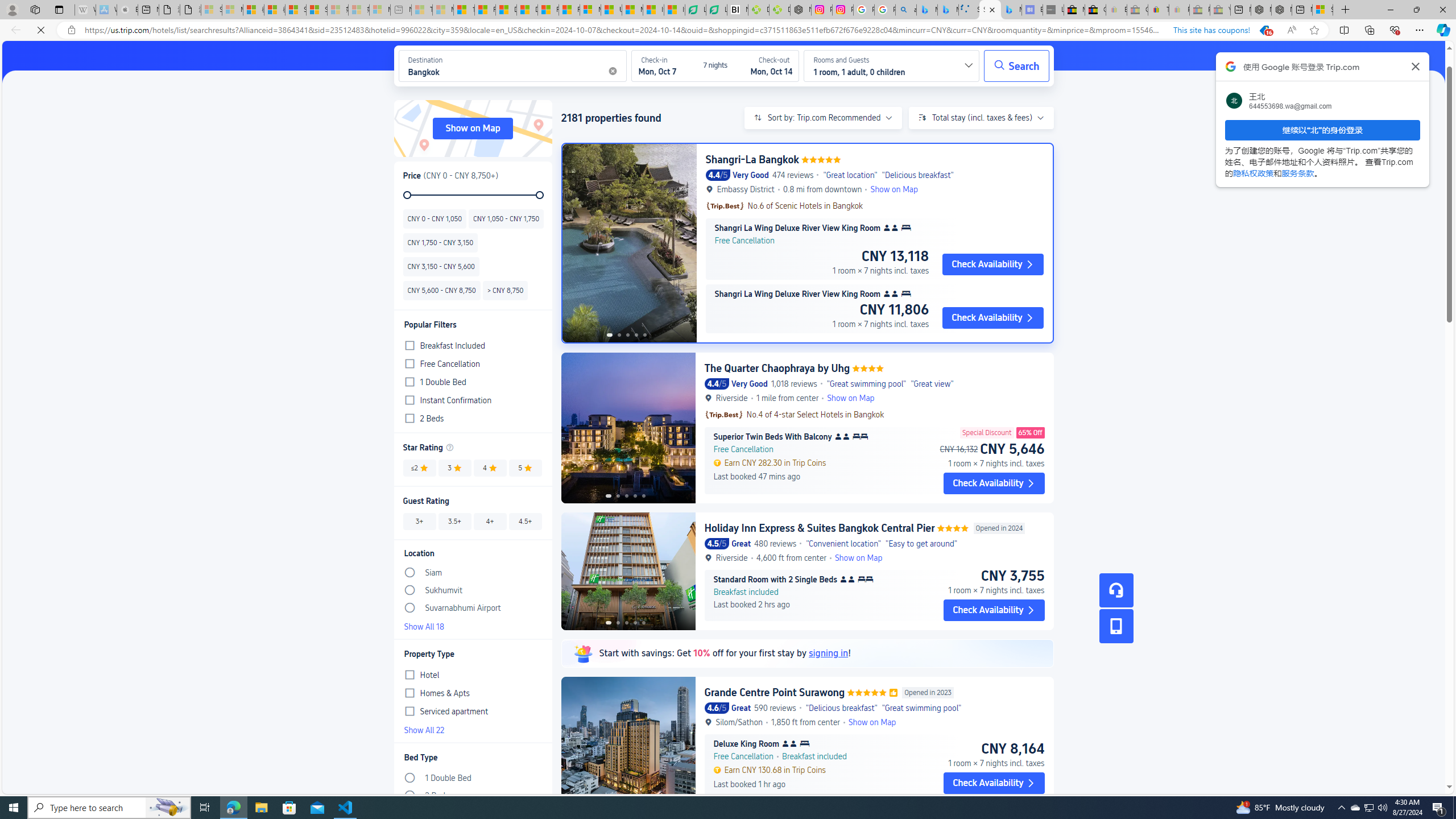 The width and height of the screenshot is (1456, 819). What do you see at coordinates (568, 9) in the screenshot?
I see `'Foo BAR | Trusted Community Engagement and Contributions'` at bounding box center [568, 9].